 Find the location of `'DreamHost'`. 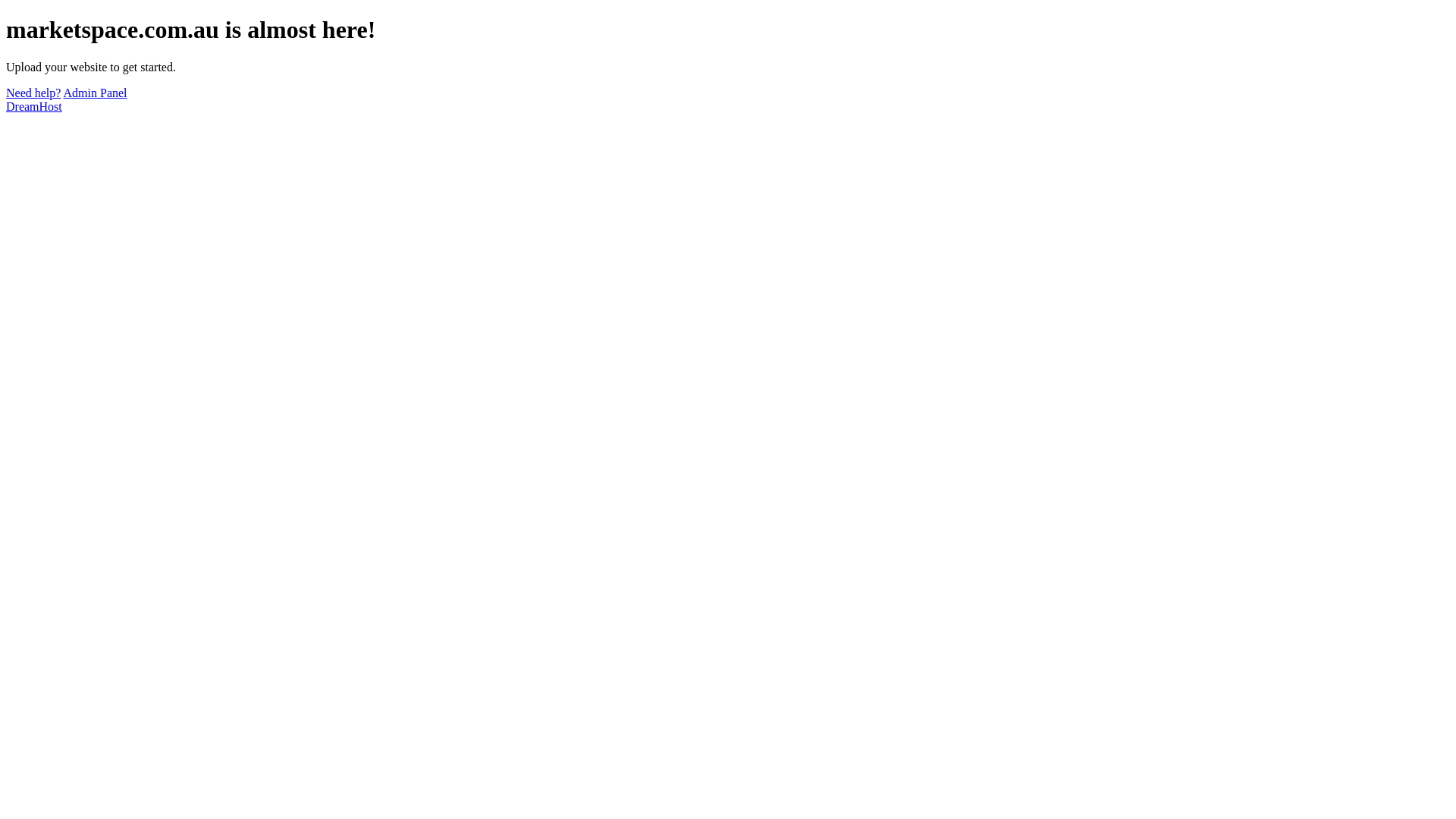

'DreamHost' is located at coordinates (33, 105).